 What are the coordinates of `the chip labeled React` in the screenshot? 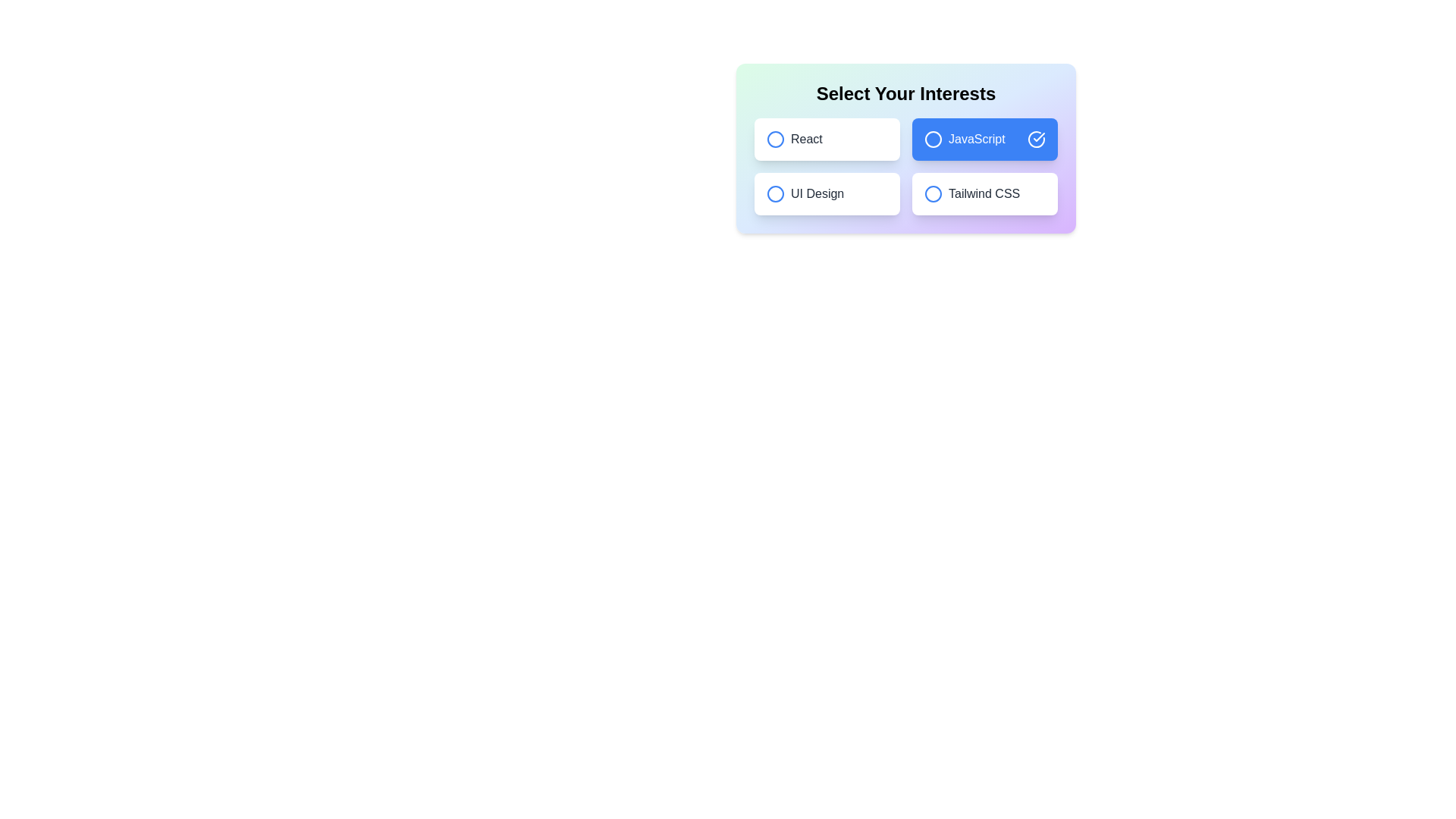 It's located at (826, 140).